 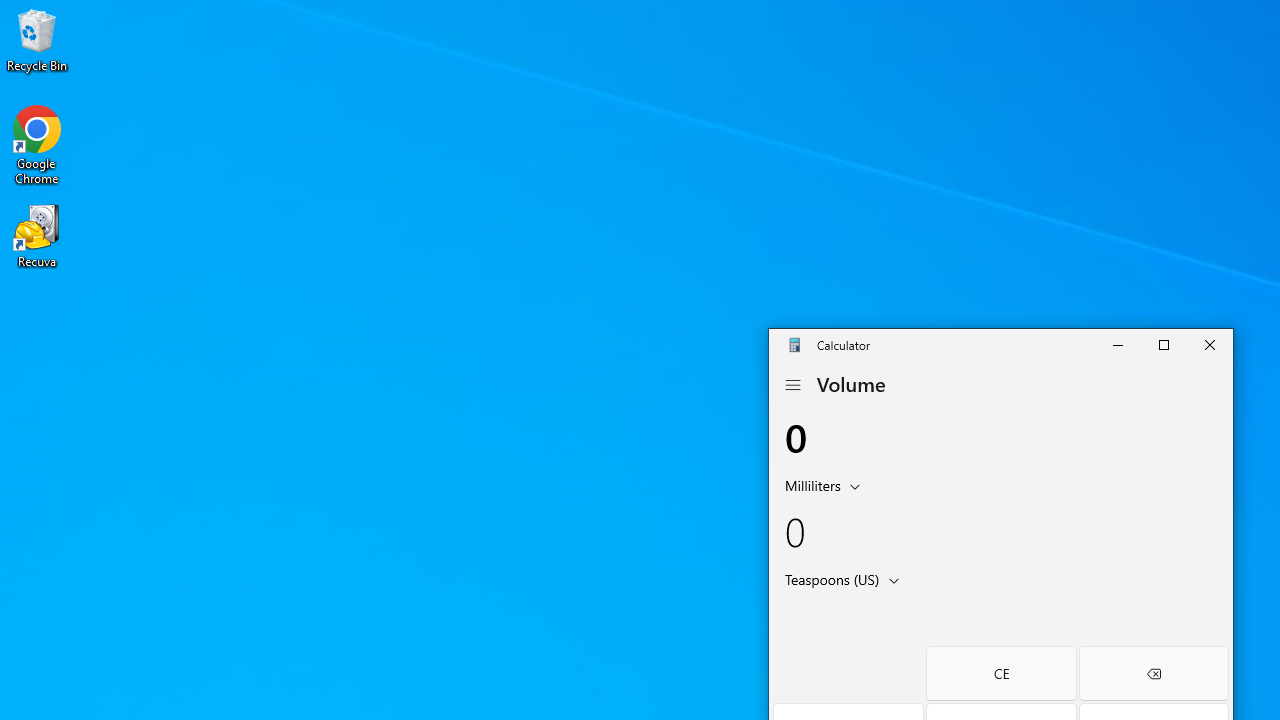 What do you see at coordinates (846, 578) in the screenshot?
I see `'Output unit'` at bounding box center [846, 578].